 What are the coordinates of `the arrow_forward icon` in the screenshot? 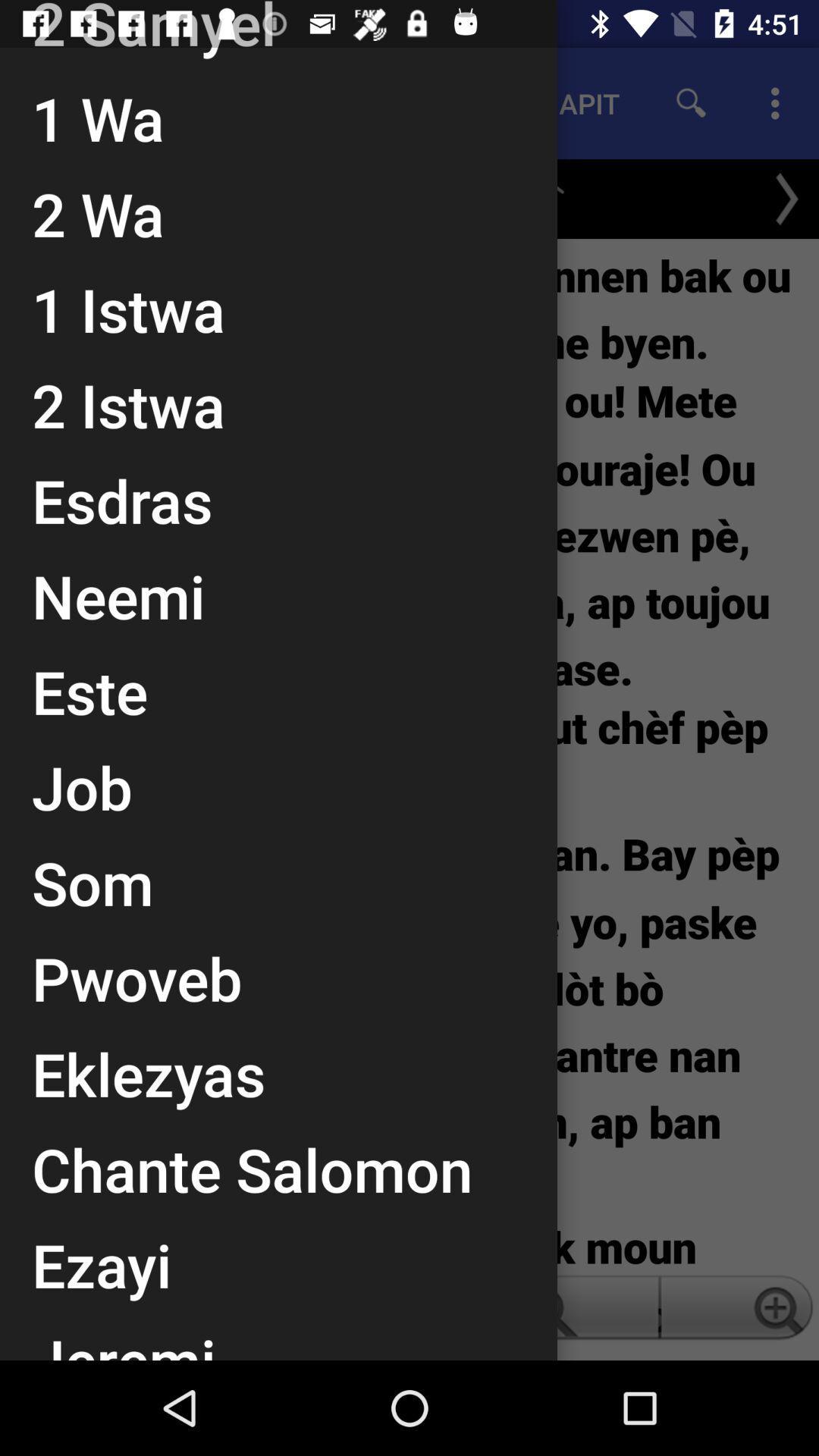 It's located at (786, 198).